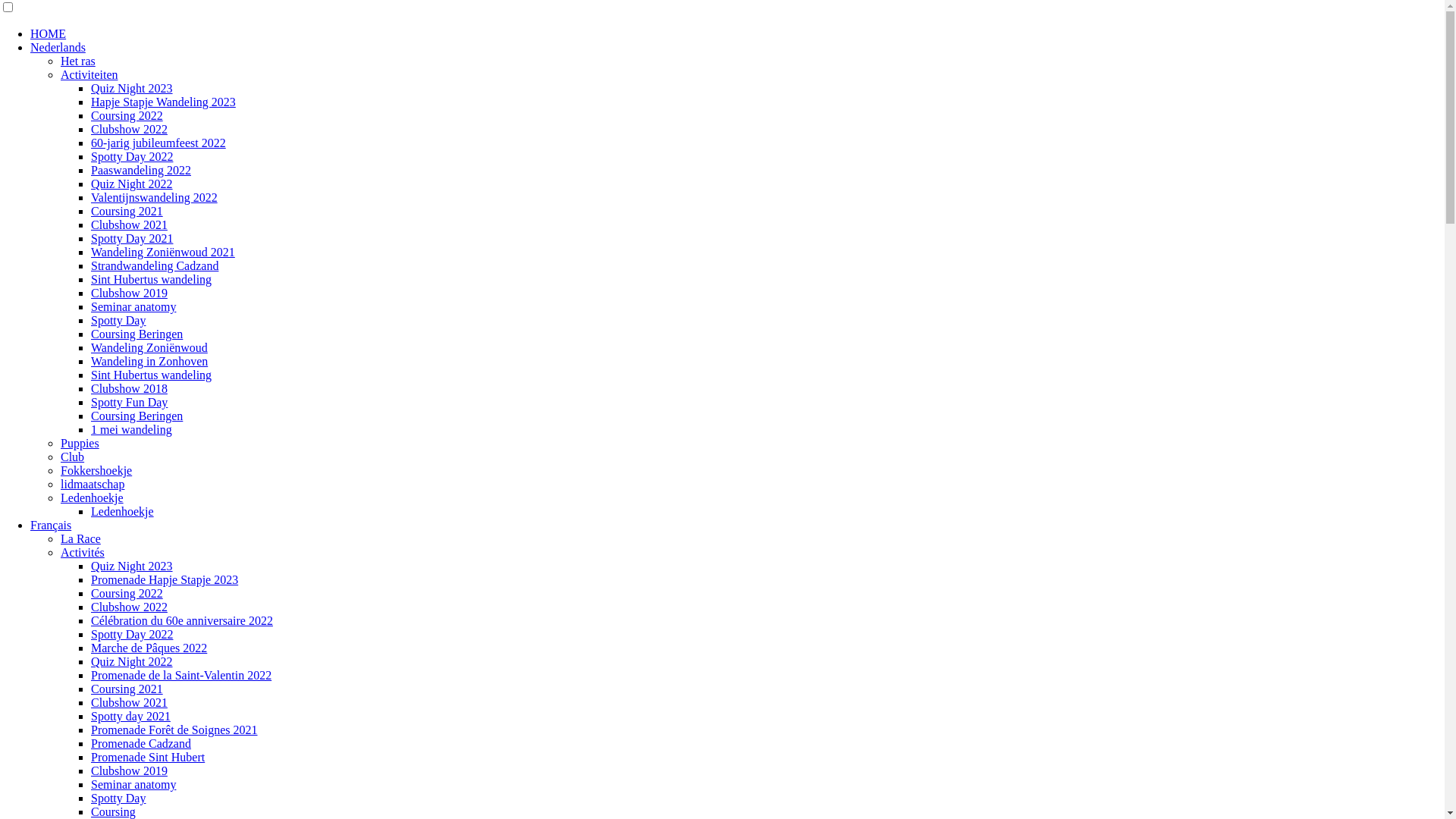 This screenshot has height=819, width=1456. Describe the element at coordinates (131, 661) in the screenshot. I see `'Quiz Night 2022'` at that location.